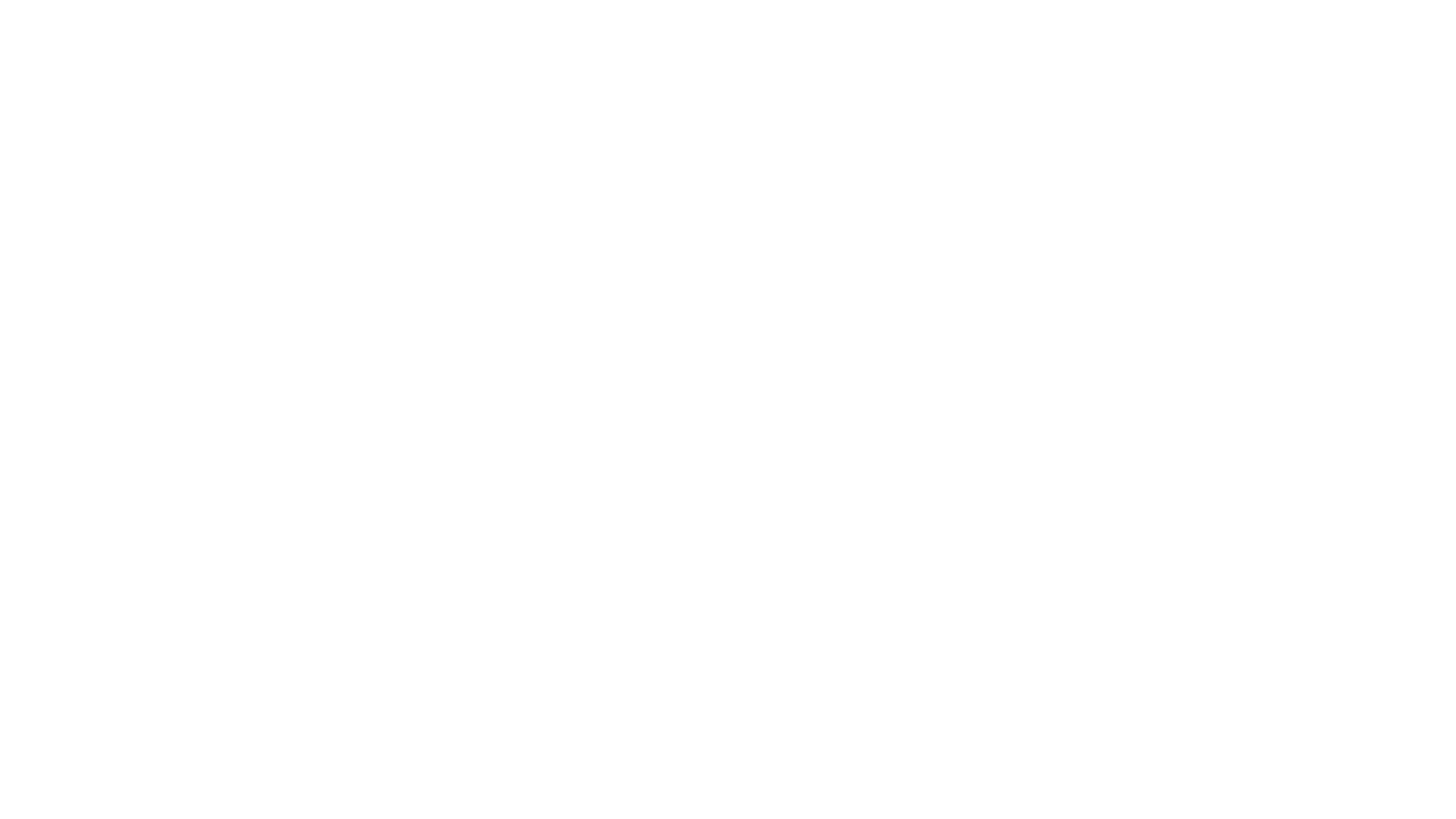  What do you see at coordinates (55, 377) in the screenshot?
I see `Play` at bounding box center [55, 377].